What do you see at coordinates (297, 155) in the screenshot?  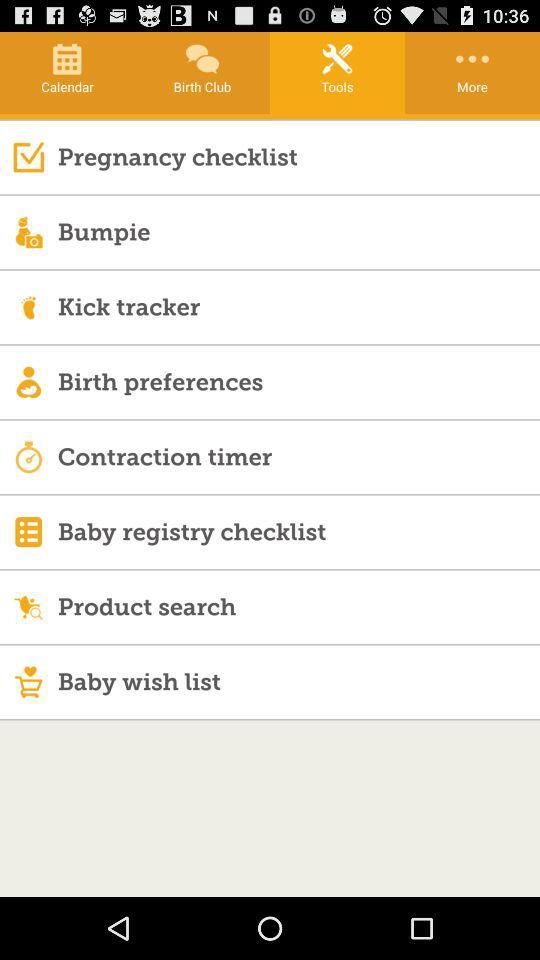 I see `pregnancy checklist` at bounding box center [297, 155].